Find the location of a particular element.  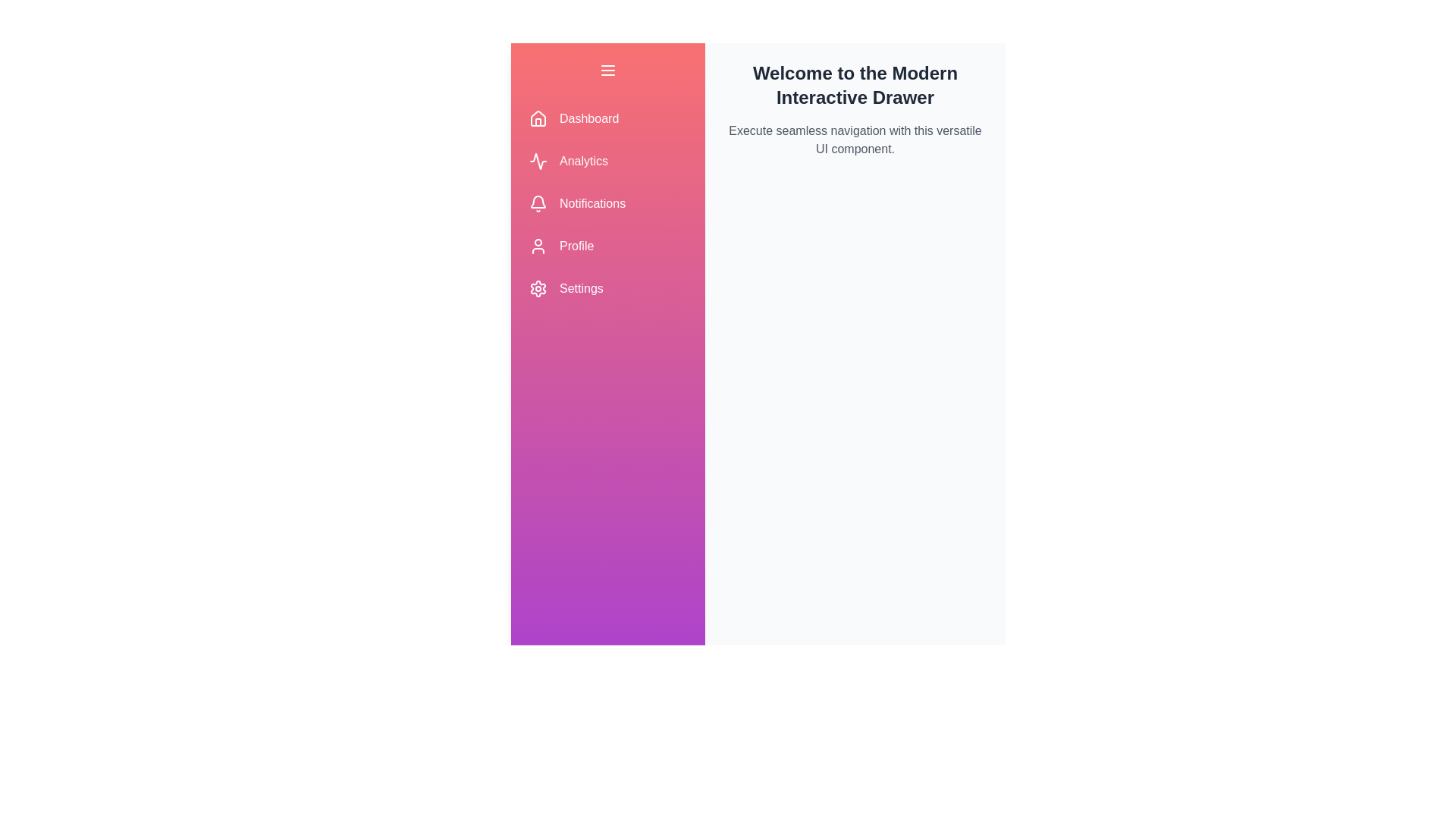

the navigation item labeled Profile is located at coordinates (607, 245).